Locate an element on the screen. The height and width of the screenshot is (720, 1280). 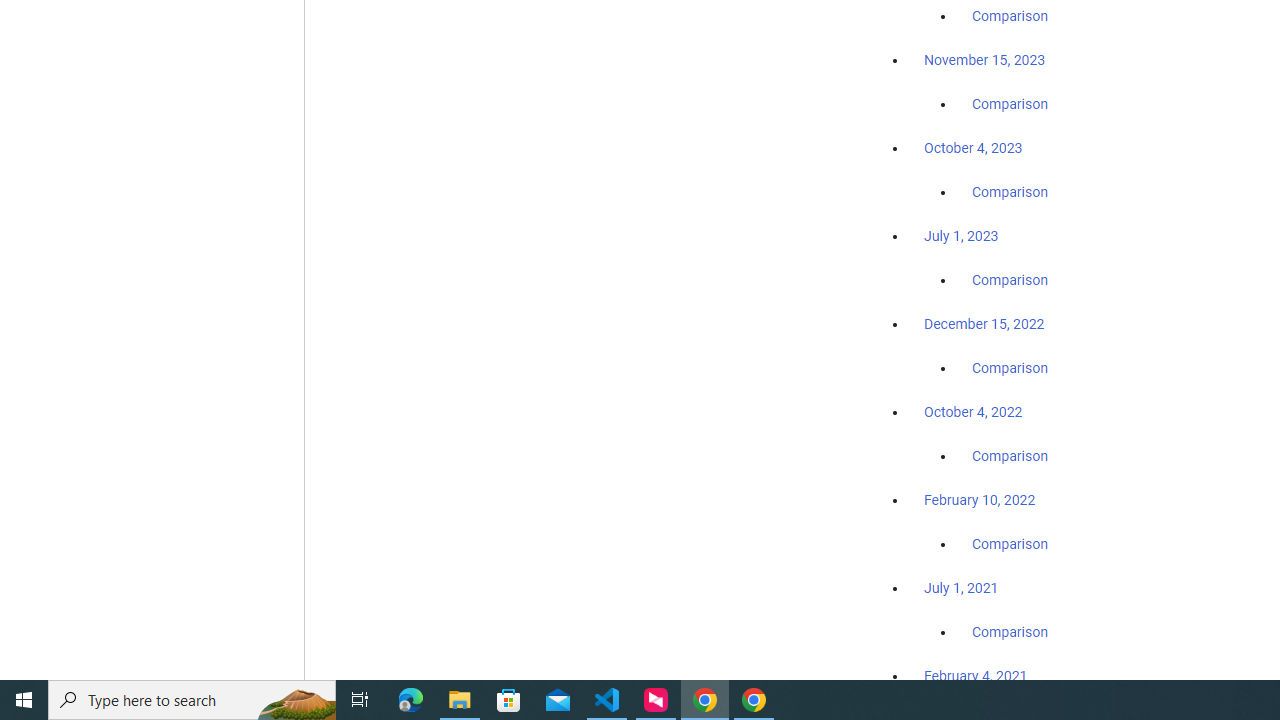
'October 4, 2023' is located at coordinates (973, 147).